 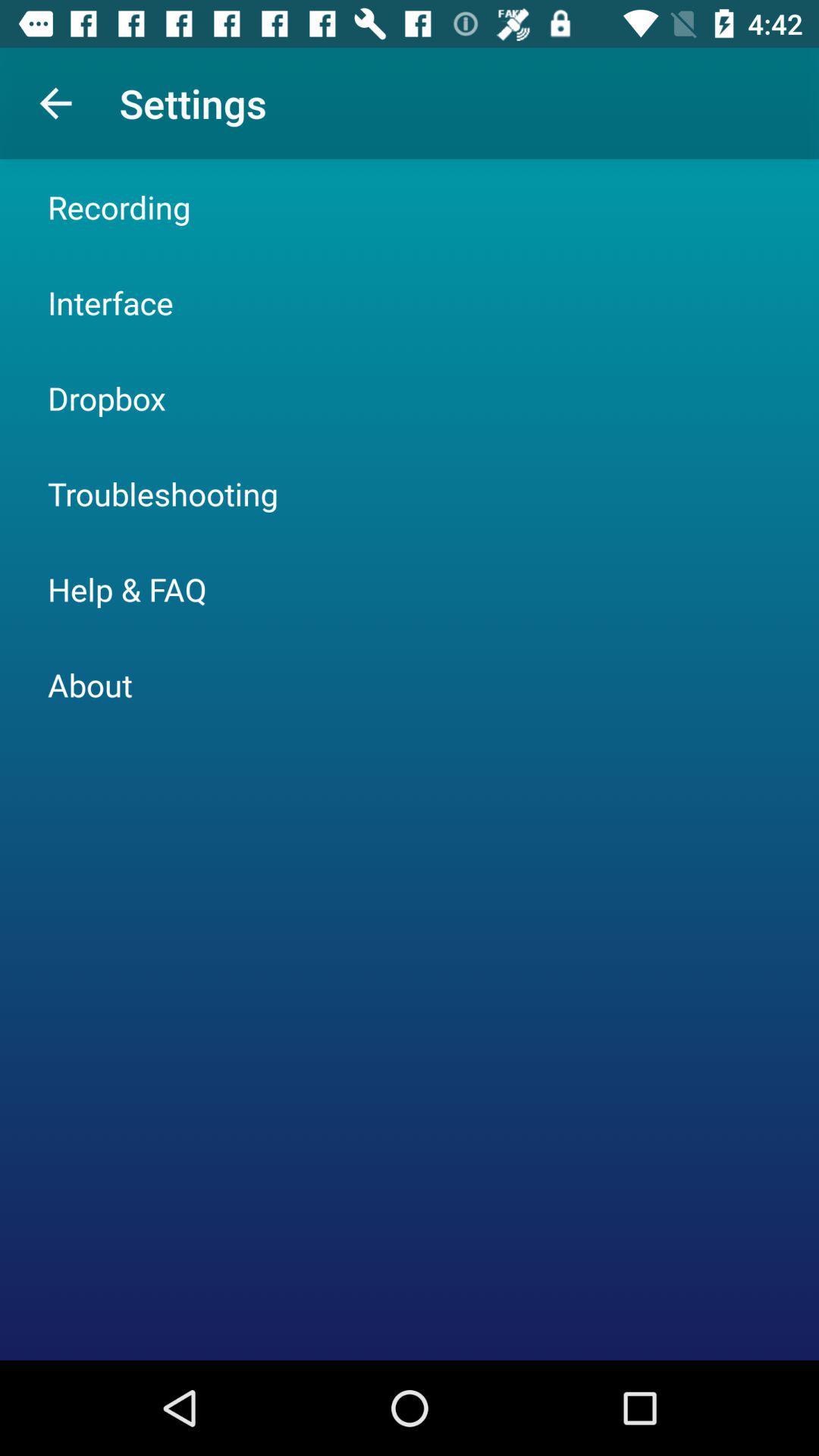 I want to click on the icon below troubleshooting icon, so click(x=127, y=588).